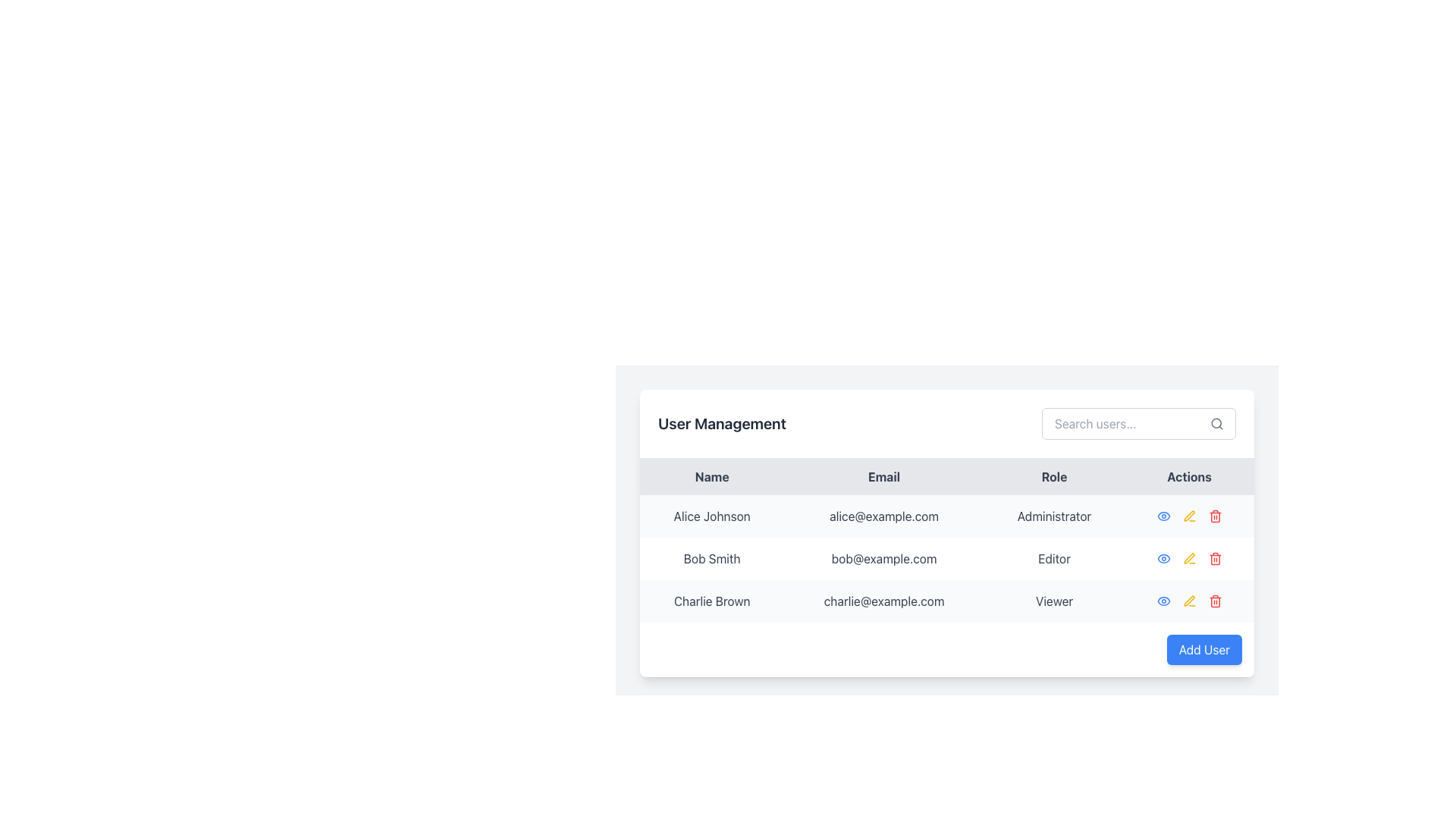  I want to click on the second icon (yellow pen) in the 'Actions' column of the user management table to initiate editing for the 'Viewer' user role, so click(1188, 601).